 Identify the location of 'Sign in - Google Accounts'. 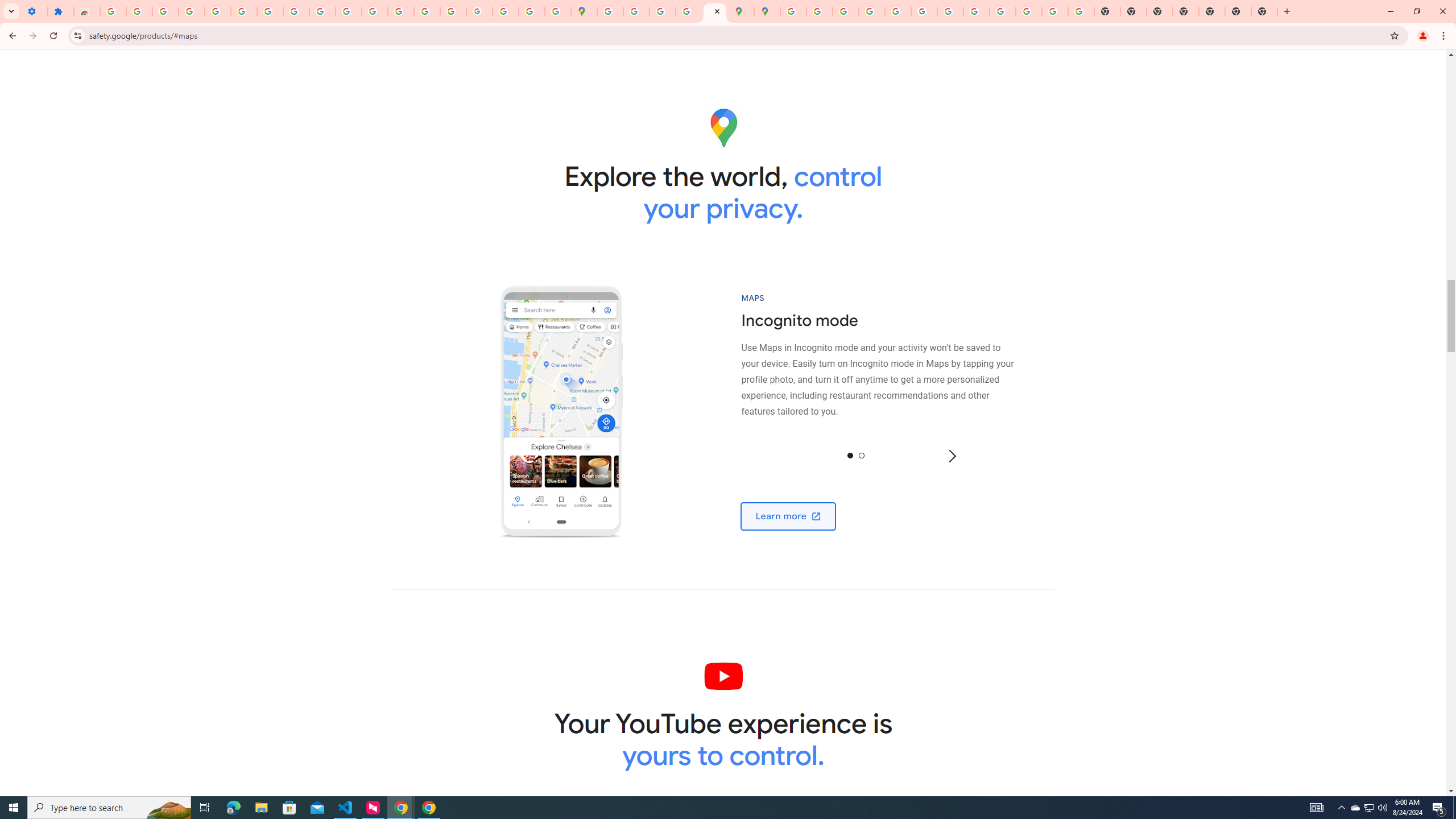
(243, 11).